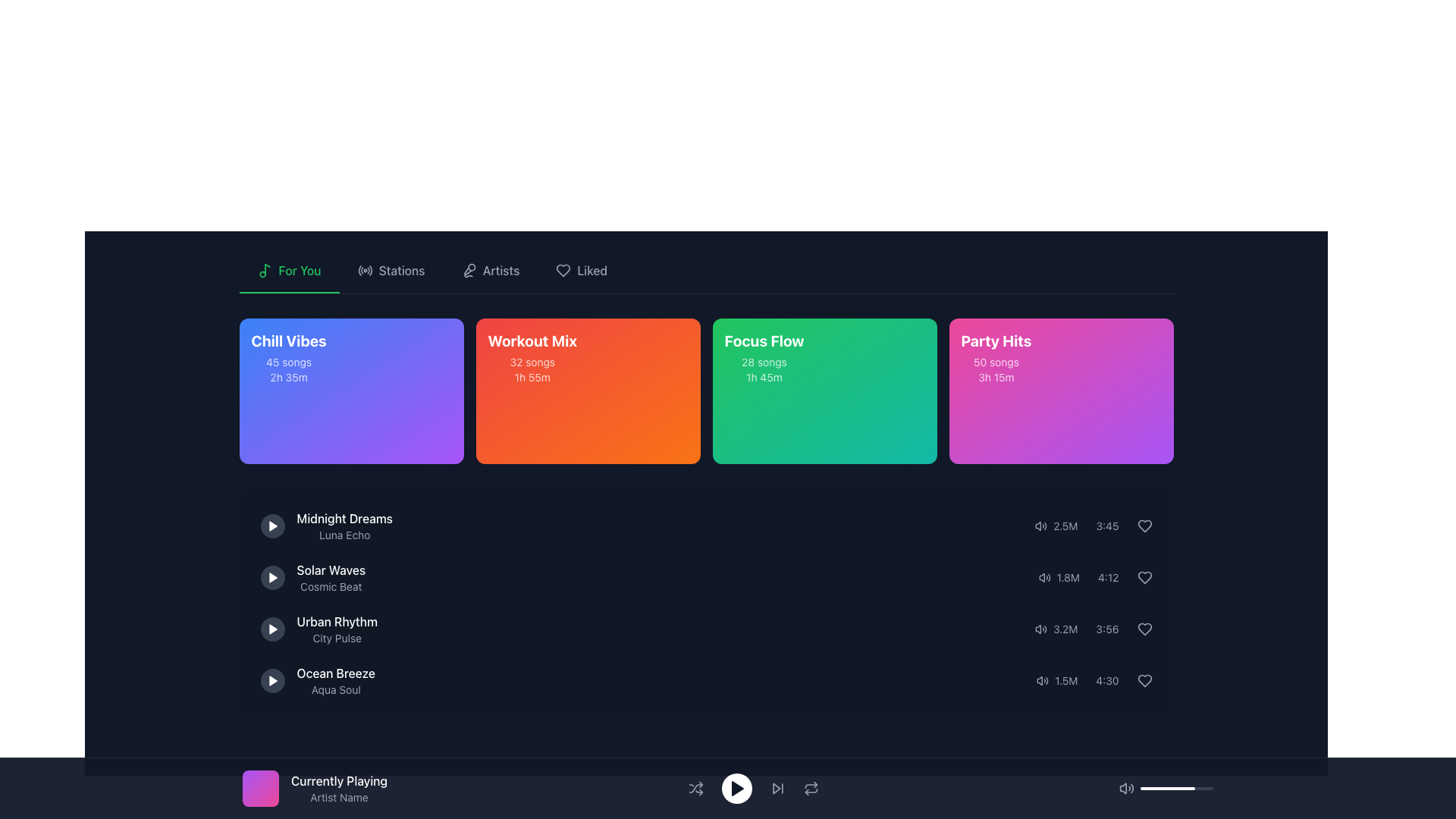 The height and width of the screenshot is (819, 1456). I want to click on the Text label displaying '1h 55m' time duration, located in the 'Workout Mix' section beneath '32 songs' and styled with a smaller font on an orange background, so click(532, 376).